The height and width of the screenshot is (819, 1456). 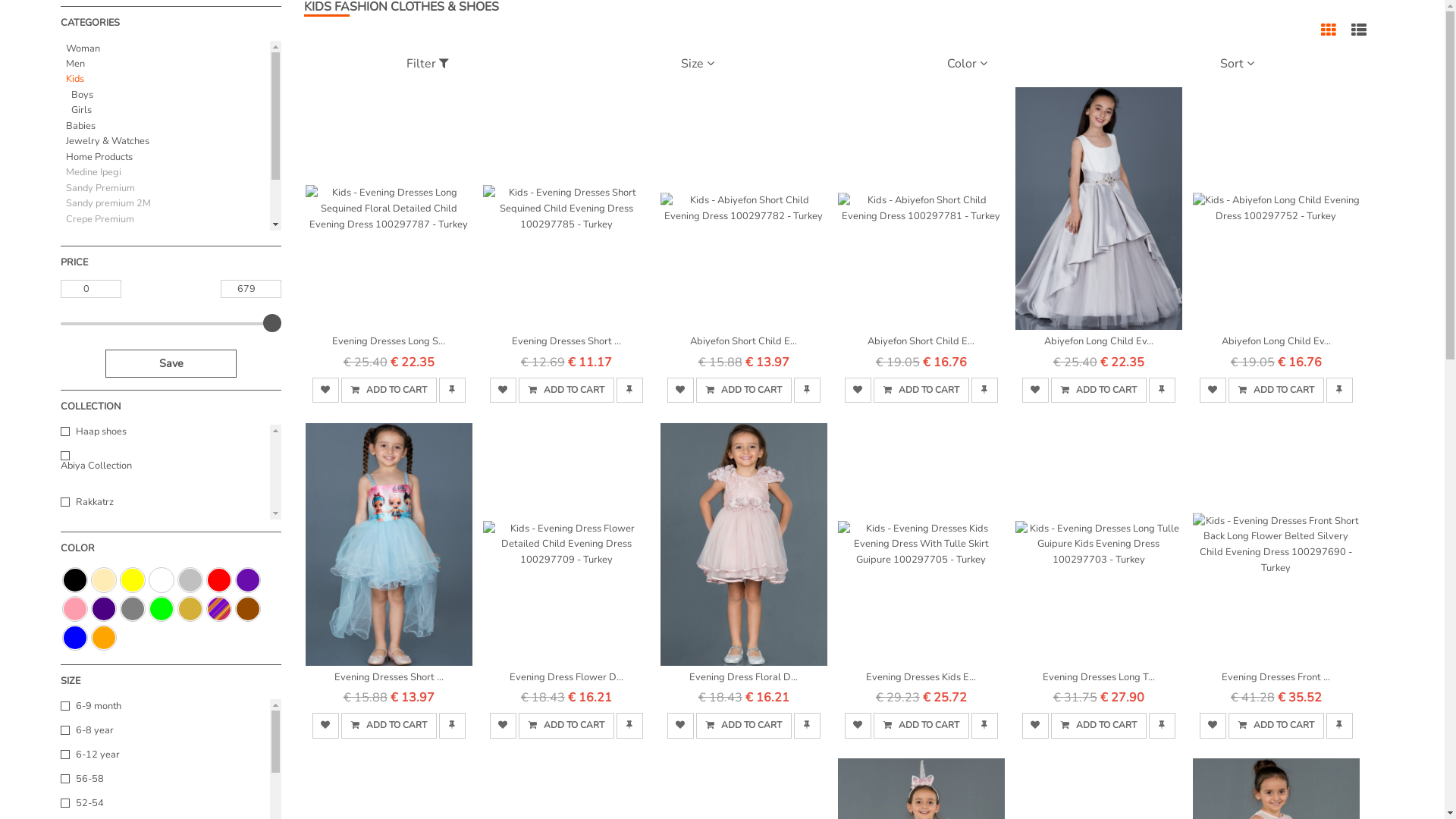 I want to click on 'Silver', so click(x=178, y=579).